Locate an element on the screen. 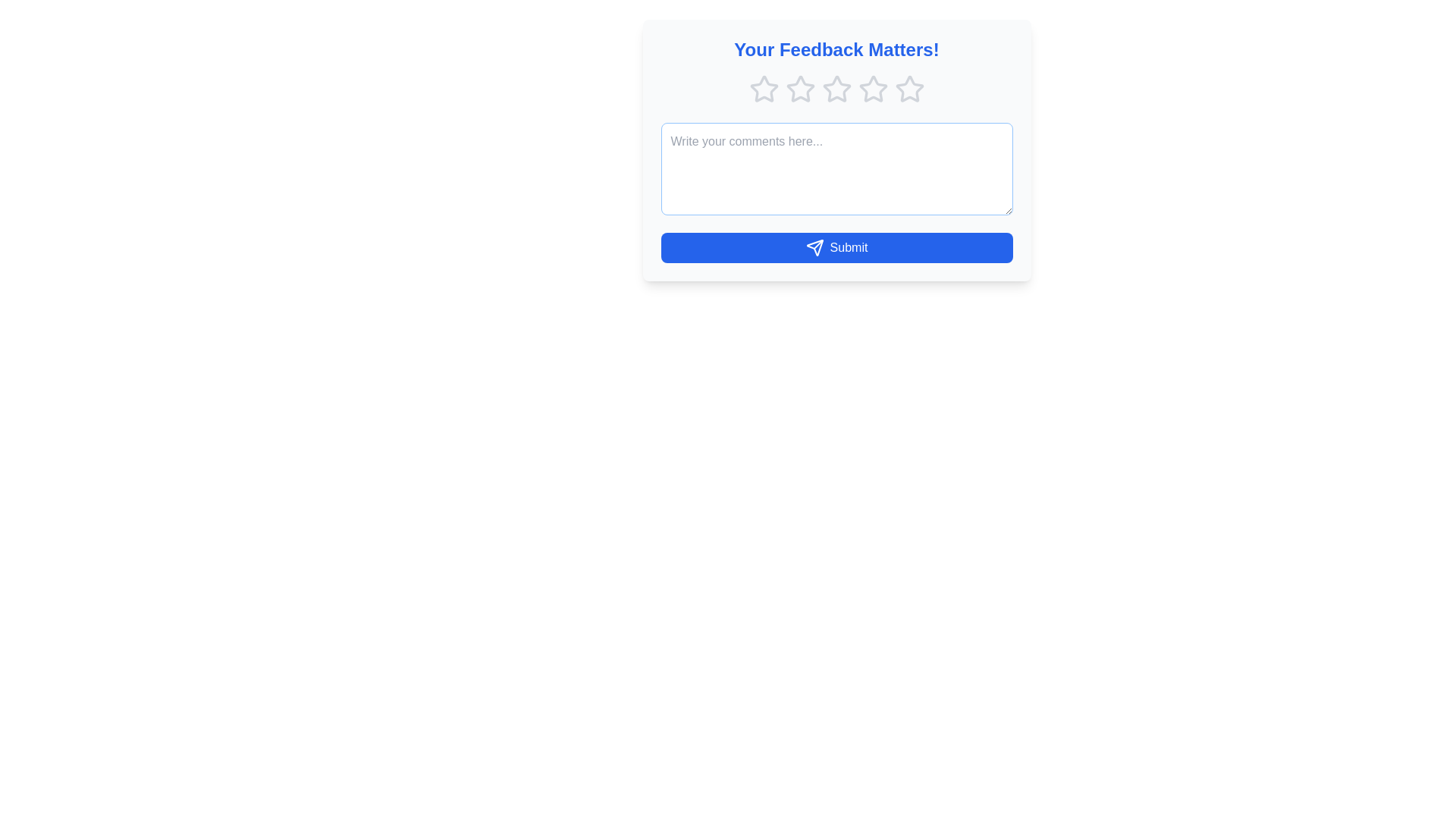 The width and height of the screenshot is (1456, 819). the fifth star icon in the rating row is located at coordinates (909, 88).